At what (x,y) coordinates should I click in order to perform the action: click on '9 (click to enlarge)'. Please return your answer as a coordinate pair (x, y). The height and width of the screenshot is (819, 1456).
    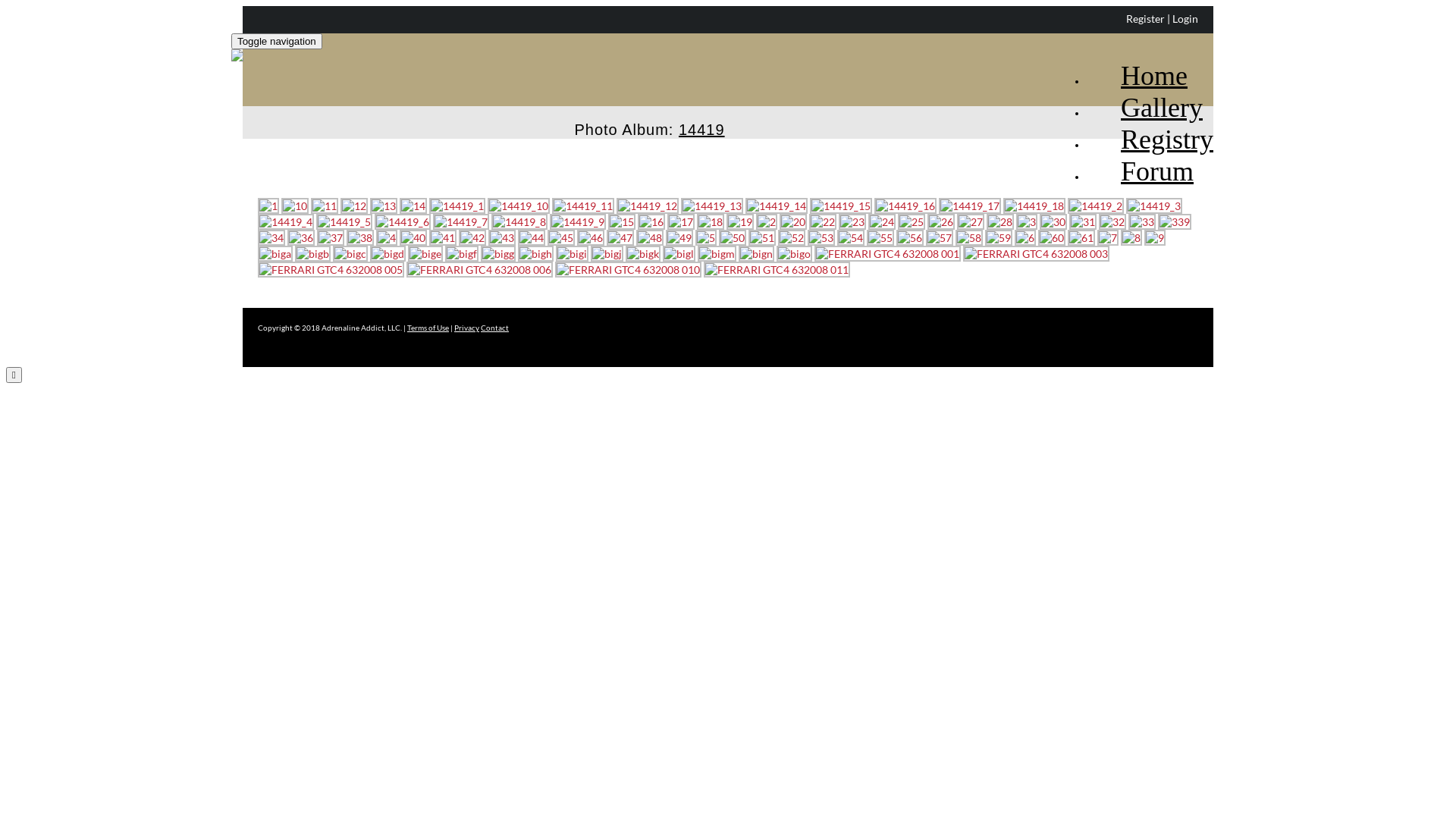
    Looking at the image, I should click on (1153, 237).